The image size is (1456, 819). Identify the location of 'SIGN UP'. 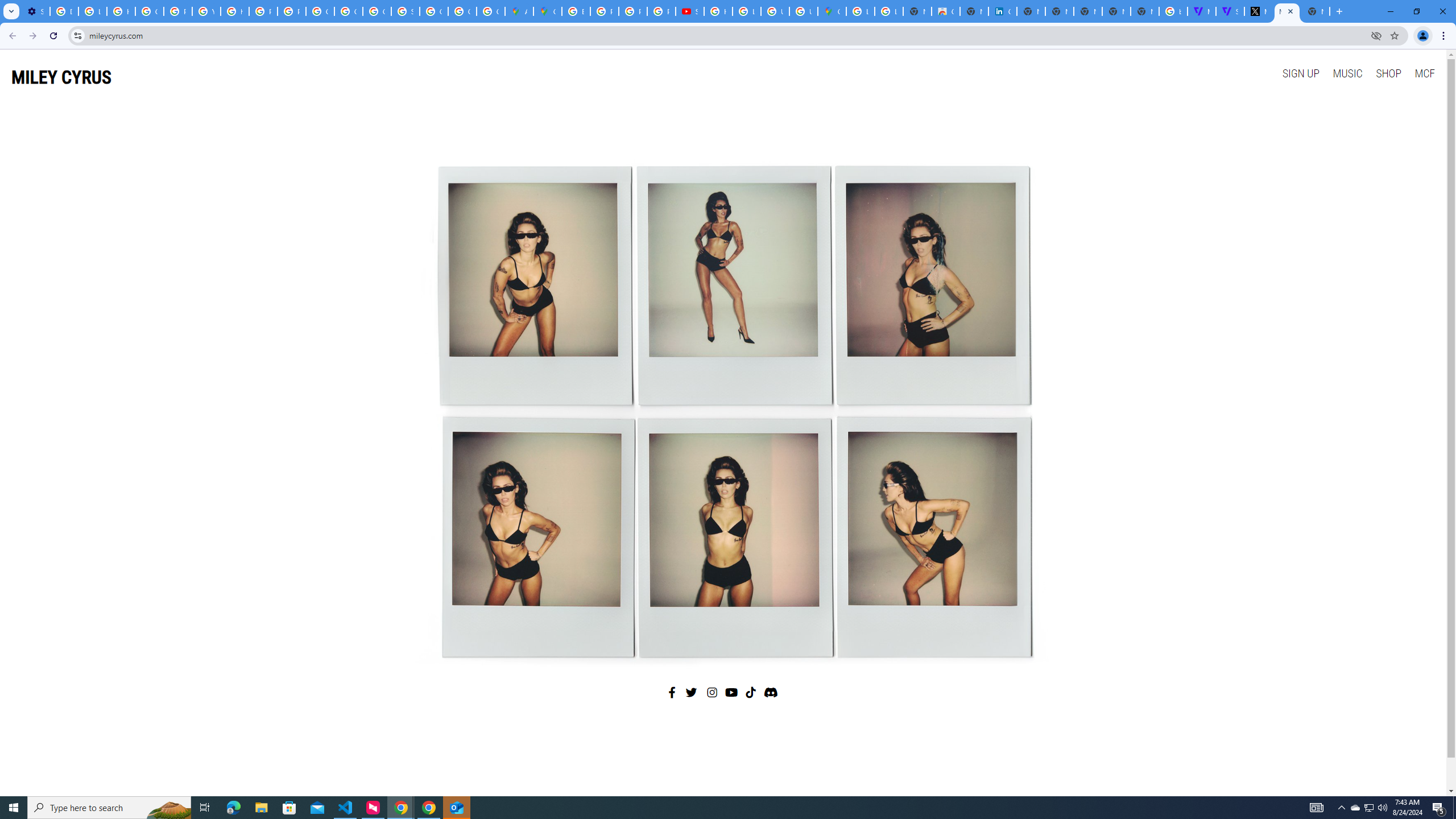
(1300, 72).